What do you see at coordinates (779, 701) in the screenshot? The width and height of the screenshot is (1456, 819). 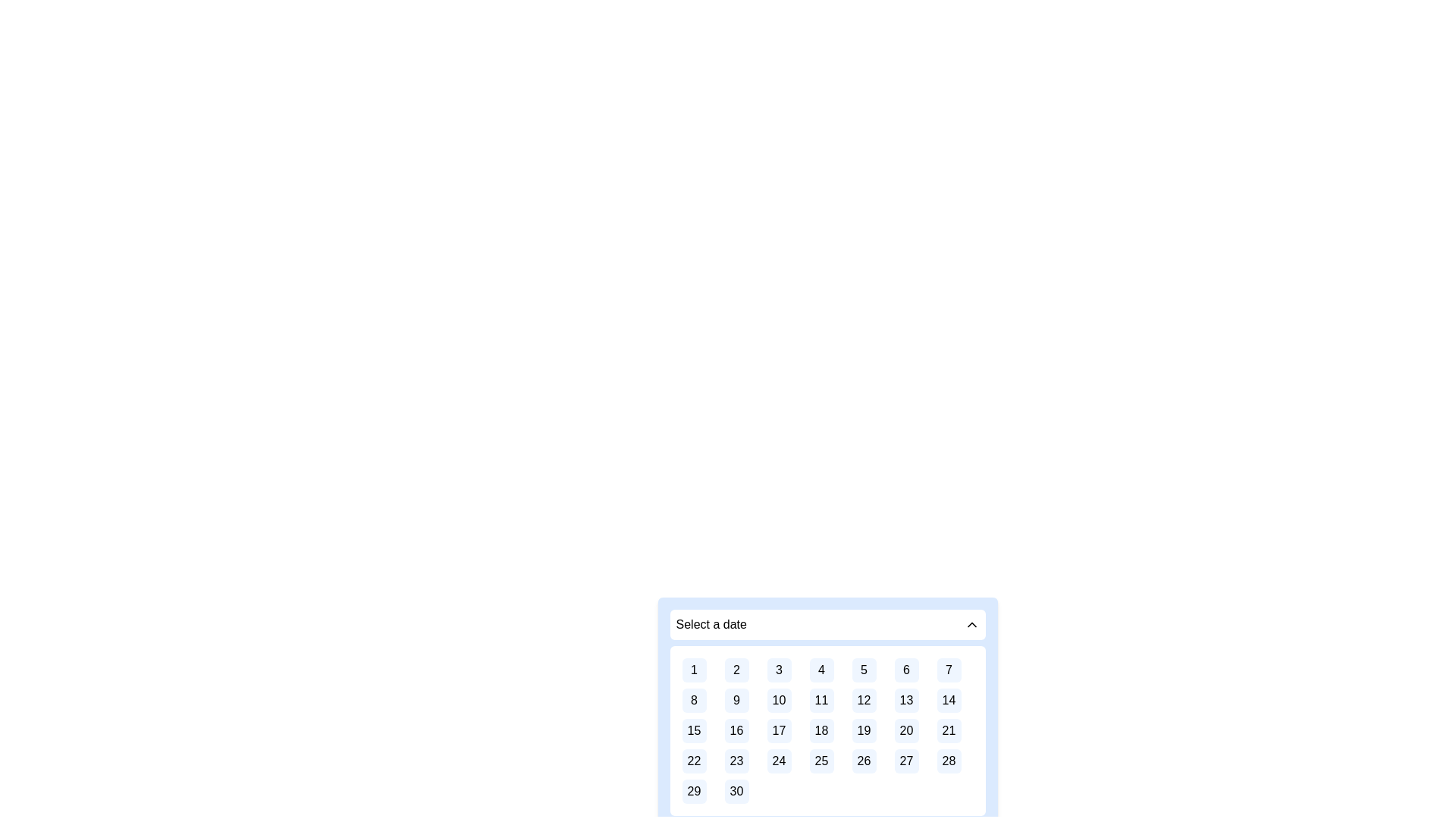 I see `the square-shaped button with a light blue background and the text '10'` at bounding box center [779, 701].